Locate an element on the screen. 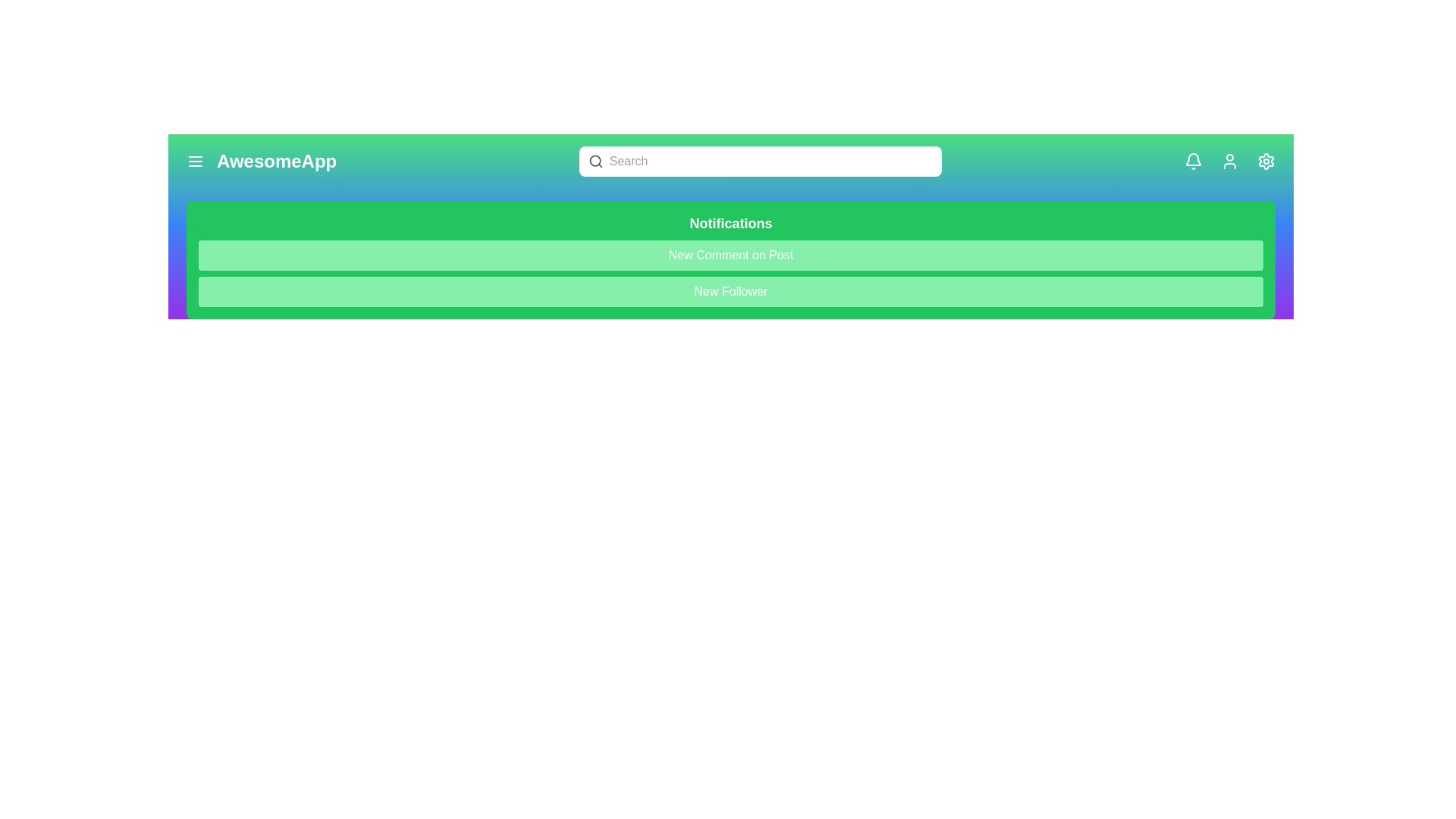 The image size is (1456, 819). the Text Label that serves as a title or branding label, positioned within the header bar, to the right of a menu icon is located at coordinates (277, 161).